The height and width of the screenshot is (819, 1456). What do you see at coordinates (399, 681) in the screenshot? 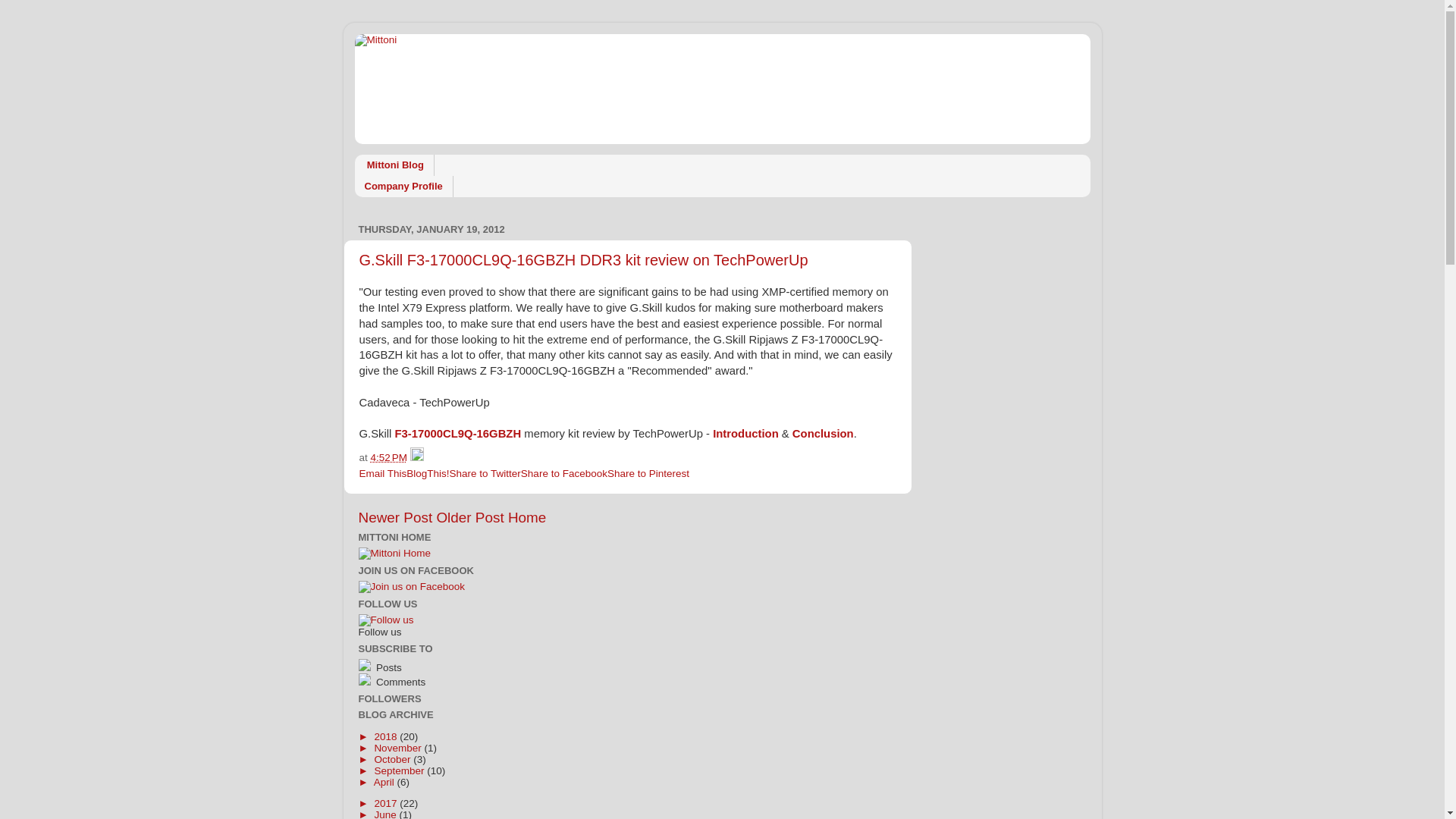
I see `'Comments'` at bounding box center [399, 681].